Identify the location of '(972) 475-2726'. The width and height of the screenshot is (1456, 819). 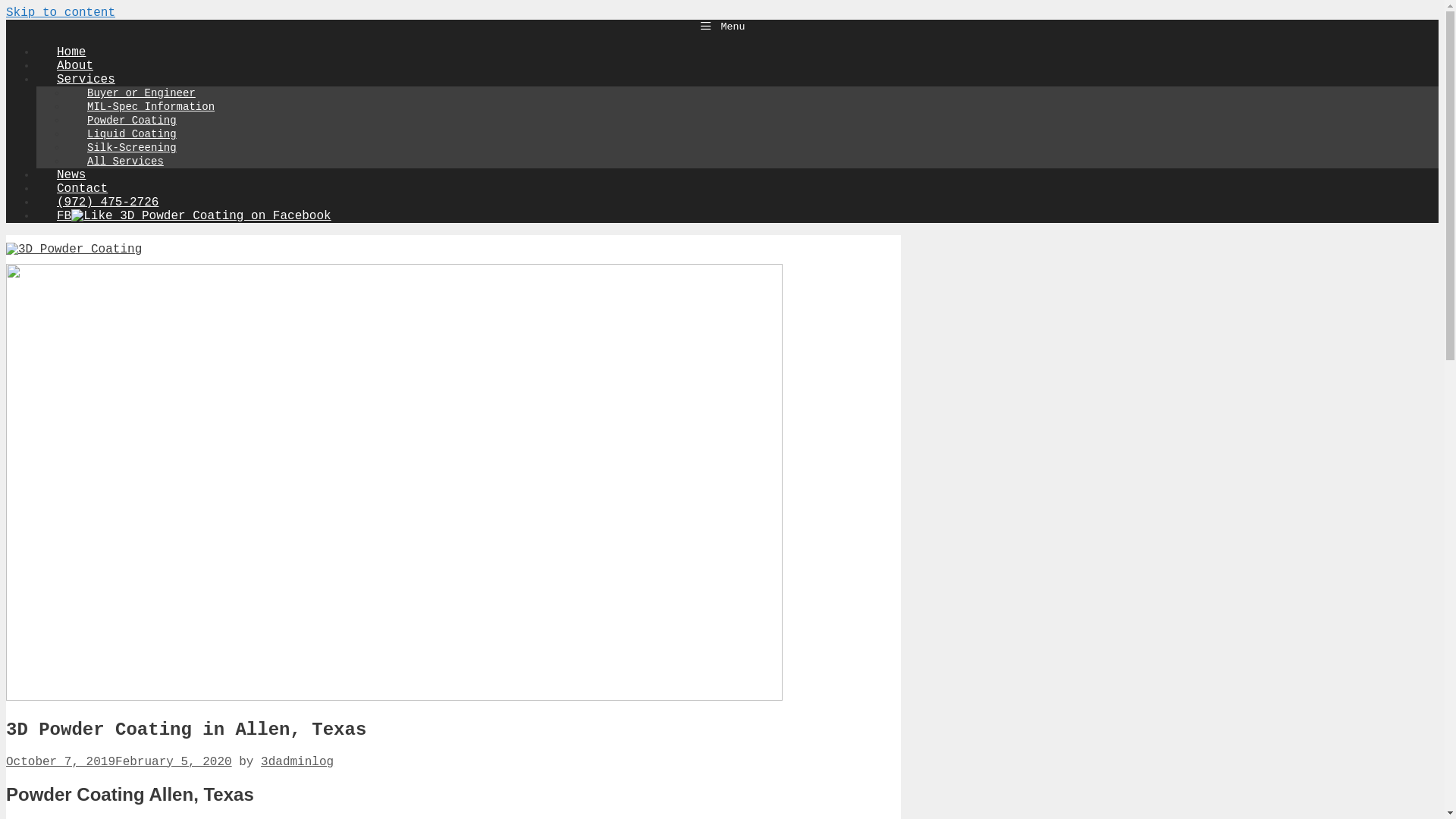
(36, 201).